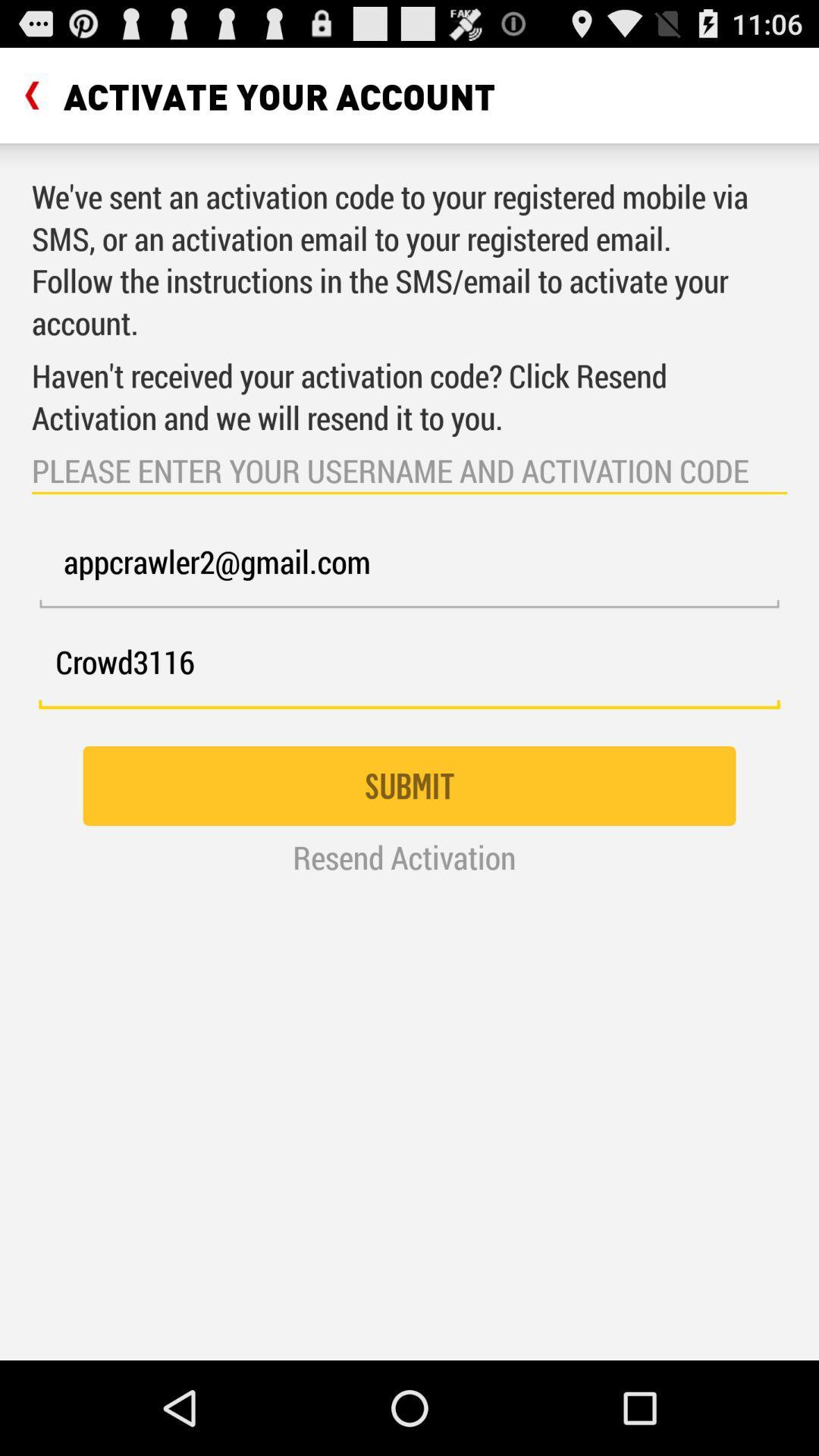 The height and width of the screenshot is (1456, 819). I want to click on icon above the submit, so click(409, 670).